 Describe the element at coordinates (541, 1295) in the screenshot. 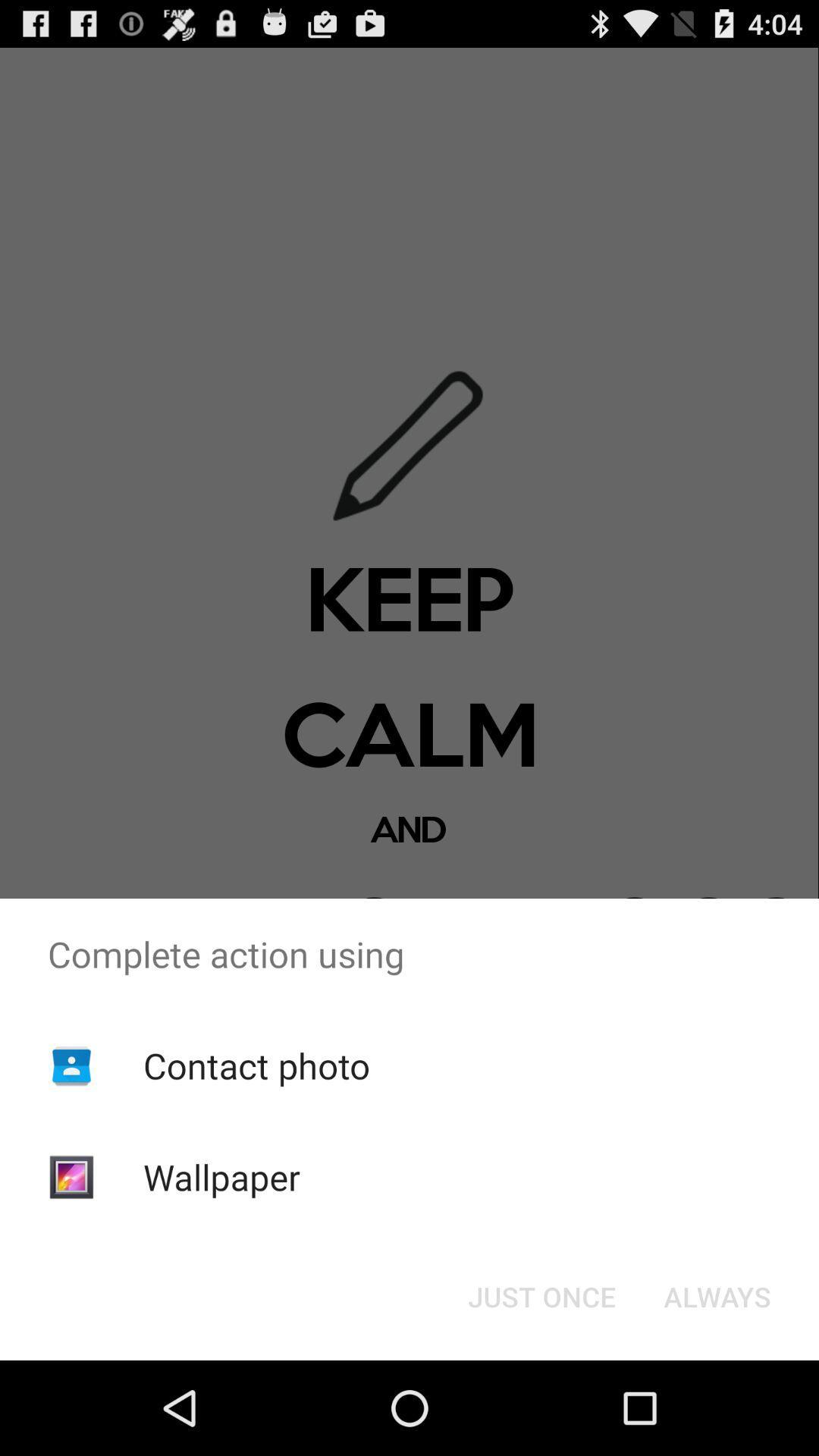

I see `button to the left of the always icon` at that location.